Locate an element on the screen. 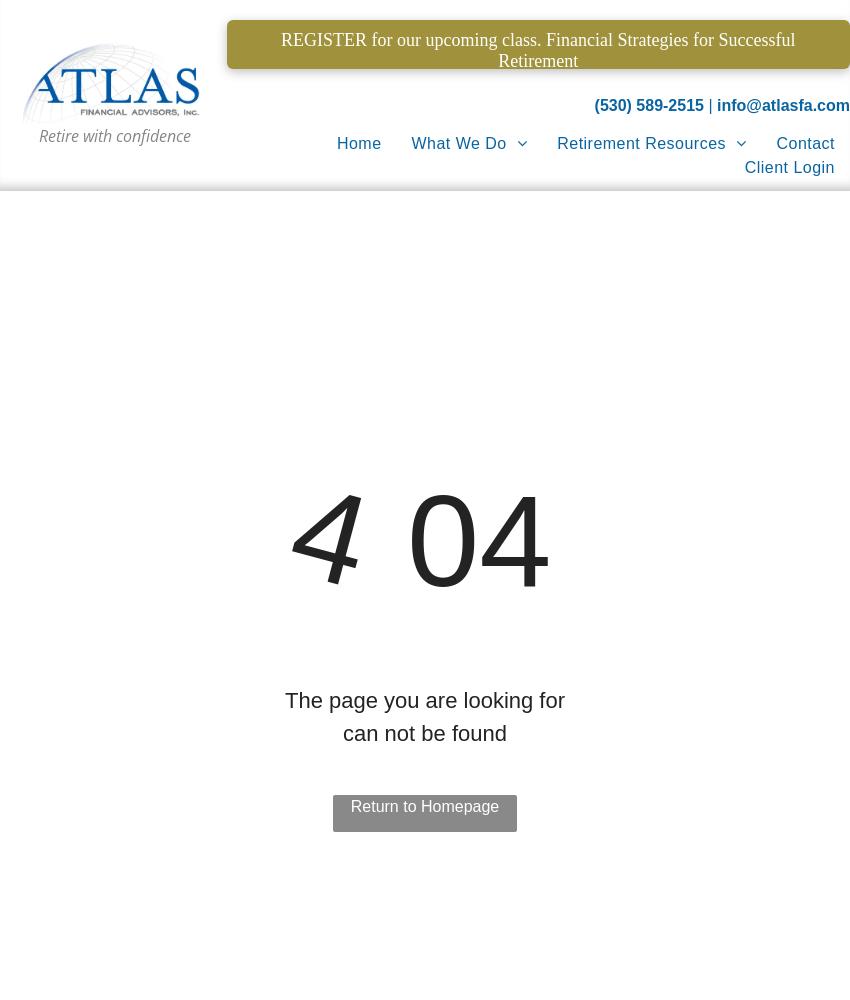  '(' is located at coordinates (593, 104).